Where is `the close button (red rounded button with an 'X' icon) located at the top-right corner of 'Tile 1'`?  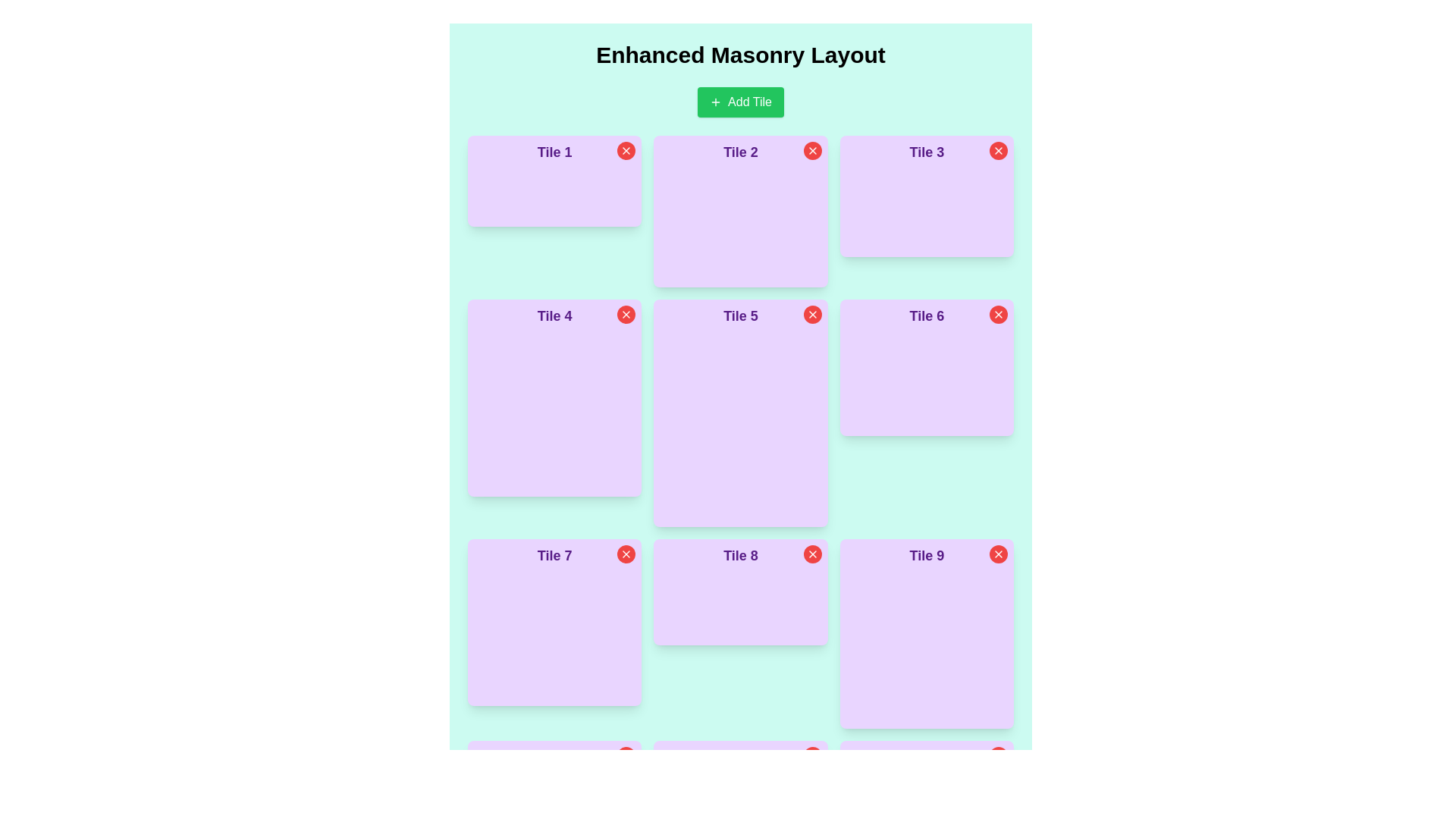
the close button (red rounded button with an 'X' icon) located at the top-right corner of 'Tile 1' is located at coordinates (626, 151).